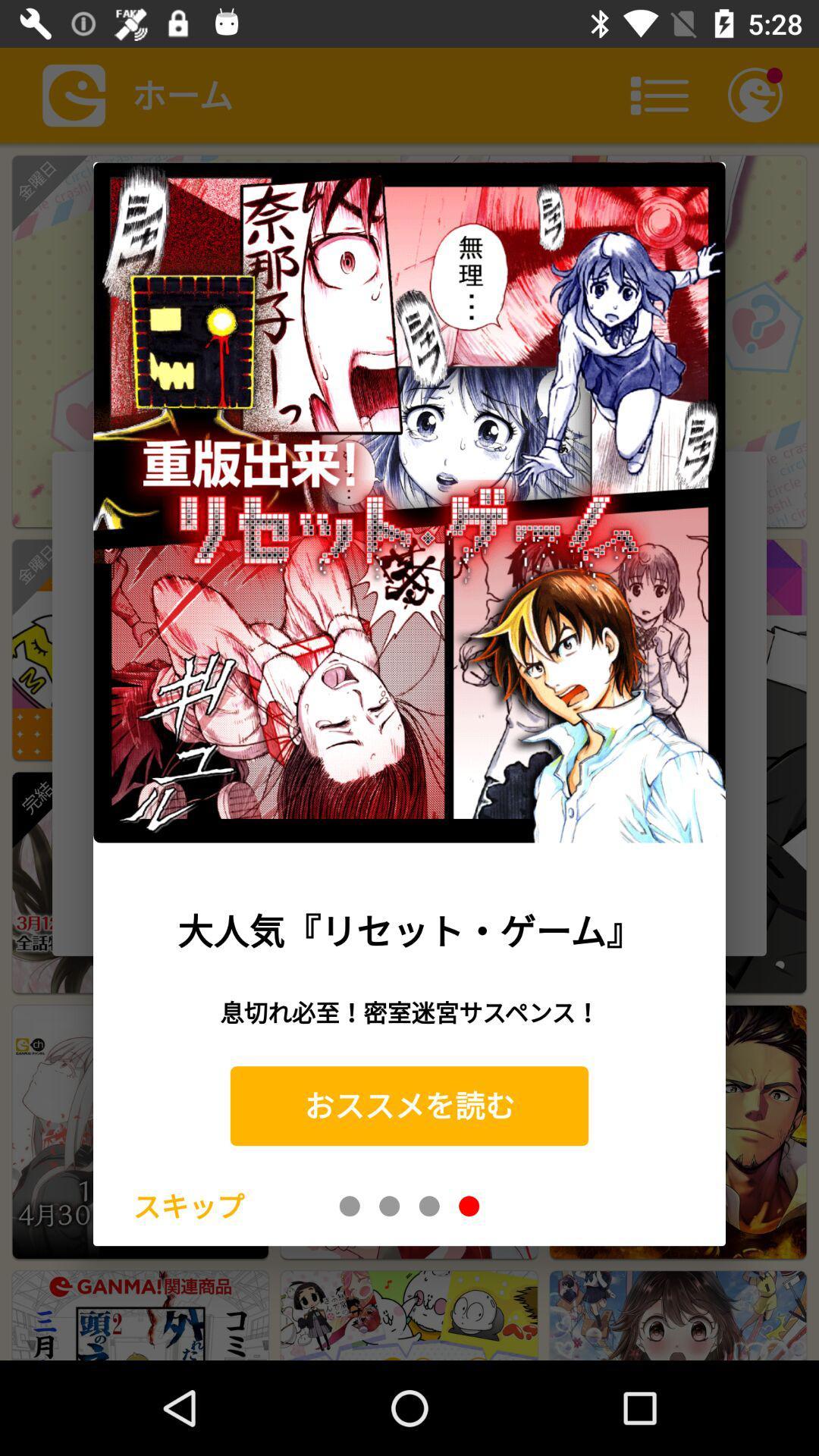 This screenshot has width=819, height=1456. I want to click on page, so click(429, 1205).